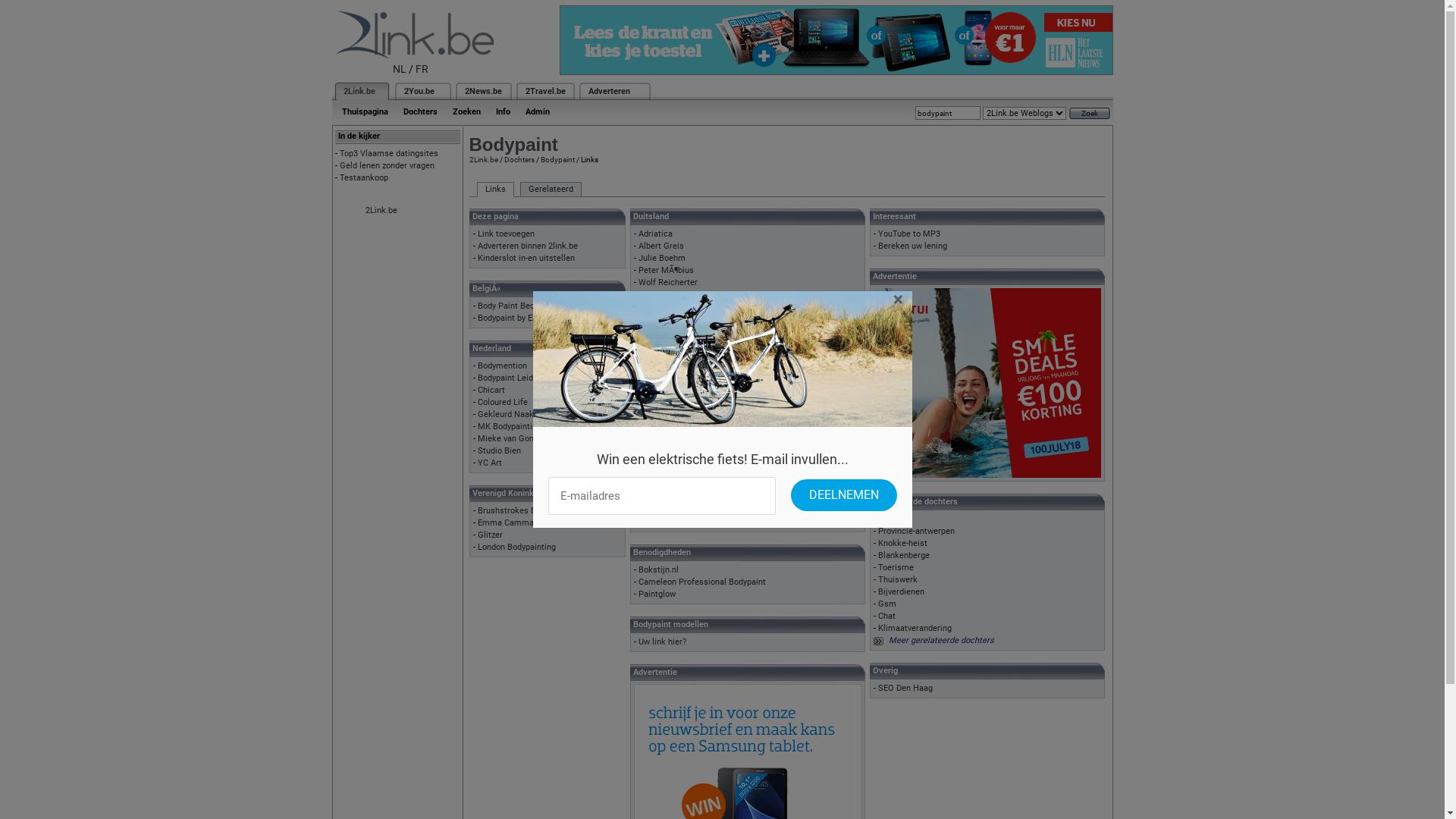  What do you see at coordinates (915, 530) in the screenshot?
I see `'Provincie-antwerpen'` at bounding box center [915, 530].